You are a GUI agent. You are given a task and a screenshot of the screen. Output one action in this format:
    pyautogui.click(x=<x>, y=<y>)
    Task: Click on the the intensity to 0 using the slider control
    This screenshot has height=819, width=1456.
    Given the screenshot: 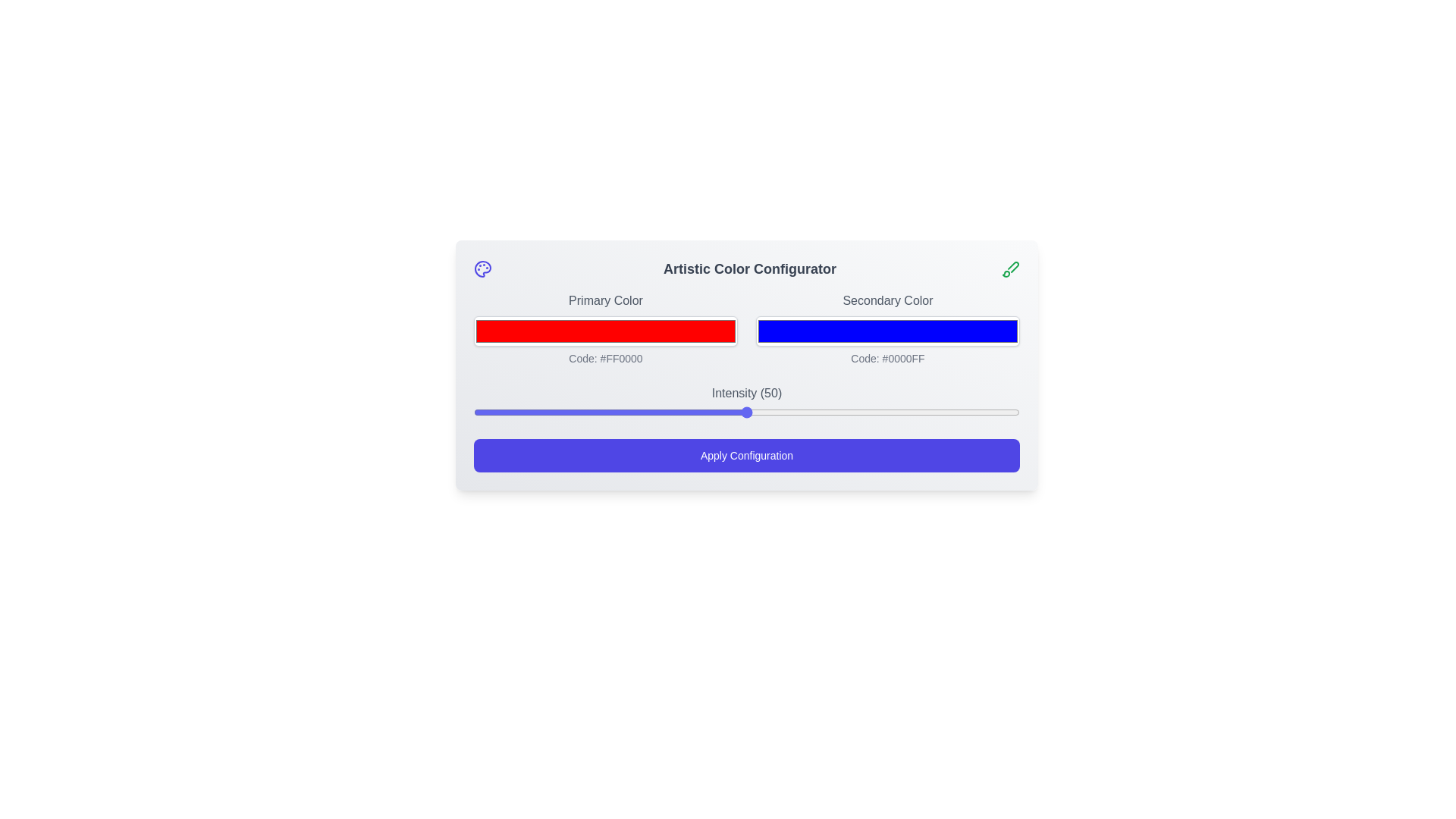 What is the action you would take?
    pyautogui.click(x=472, y=412)
    